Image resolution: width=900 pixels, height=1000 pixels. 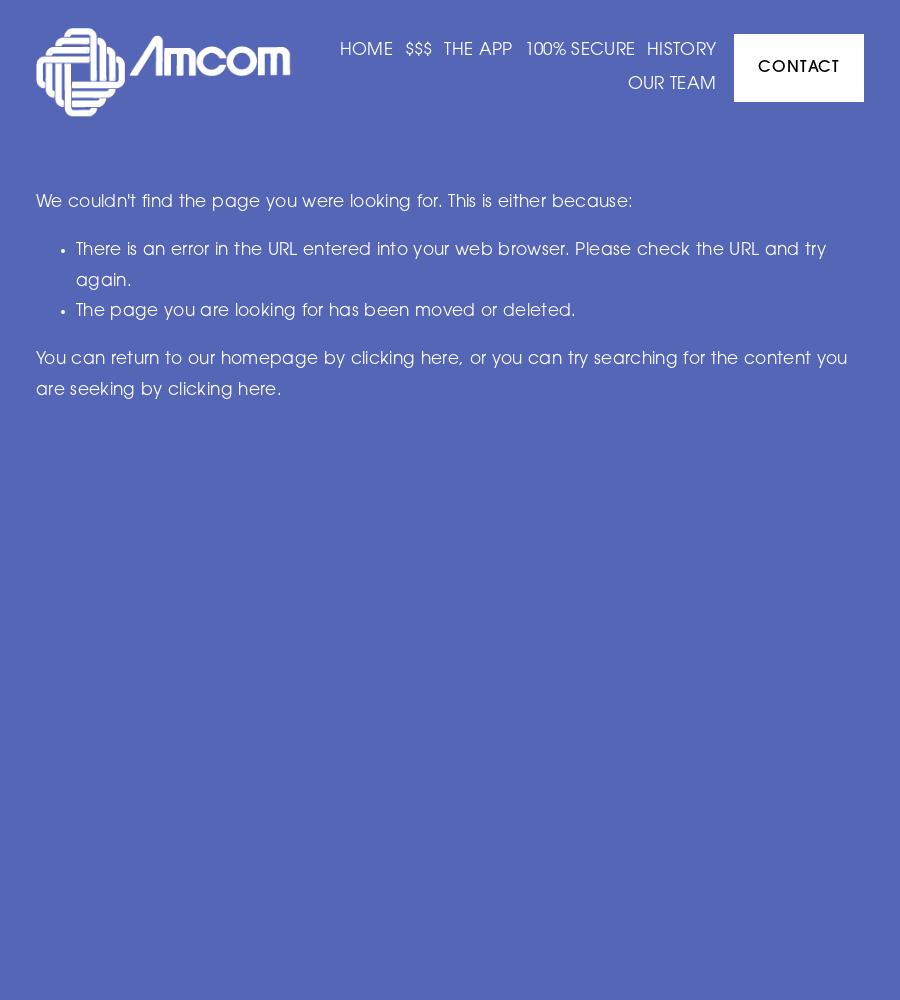 What do you see at coordinates (277, 389) in the screenshot?
I see `'.'` at bounding box center [277, 389].